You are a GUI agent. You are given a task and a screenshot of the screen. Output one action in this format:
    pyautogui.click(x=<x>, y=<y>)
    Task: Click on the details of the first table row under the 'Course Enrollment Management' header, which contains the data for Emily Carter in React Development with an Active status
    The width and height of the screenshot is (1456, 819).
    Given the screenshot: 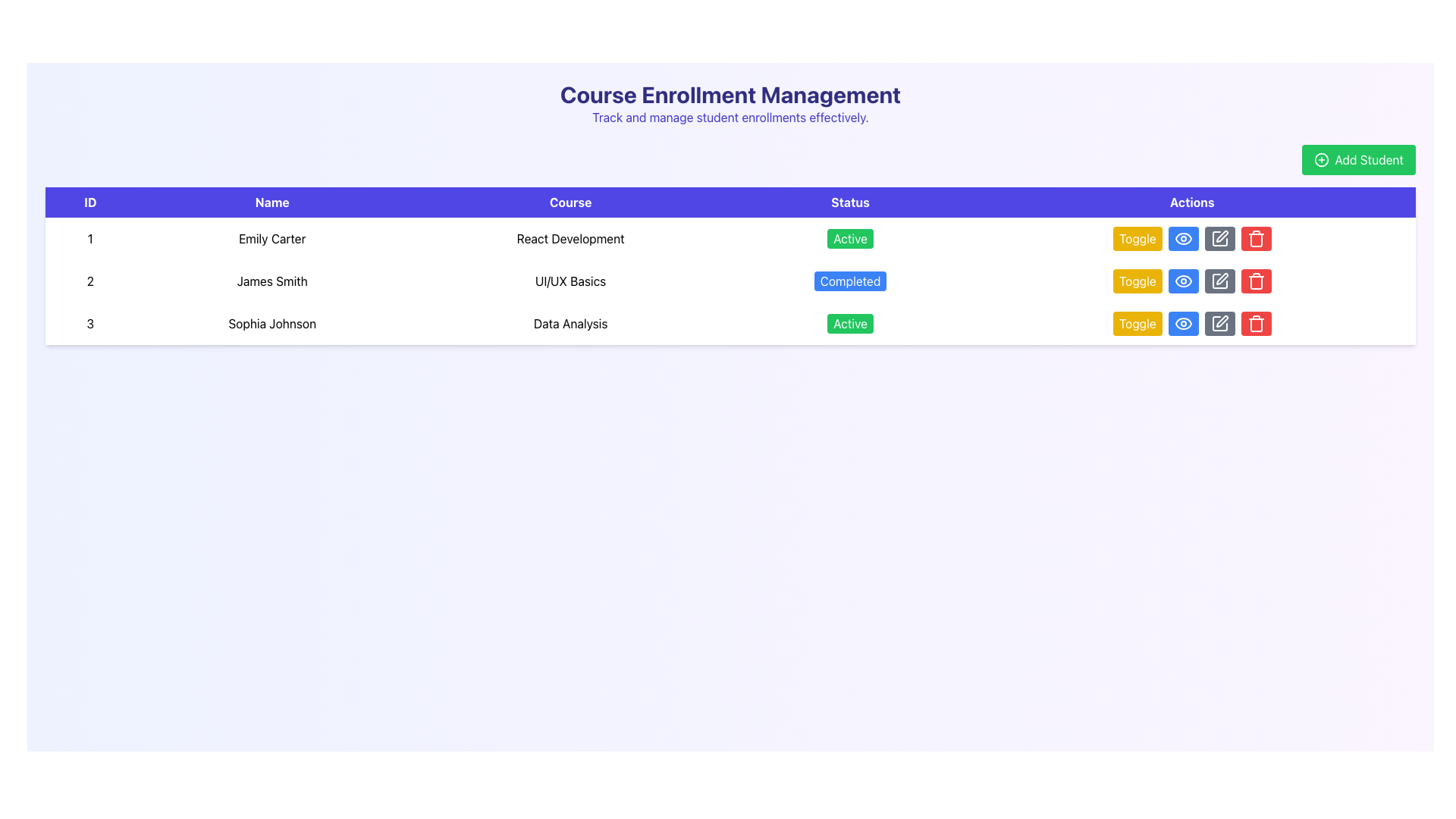 What is the action you would take?
    pyautogui.click(x=730, y=239)
    